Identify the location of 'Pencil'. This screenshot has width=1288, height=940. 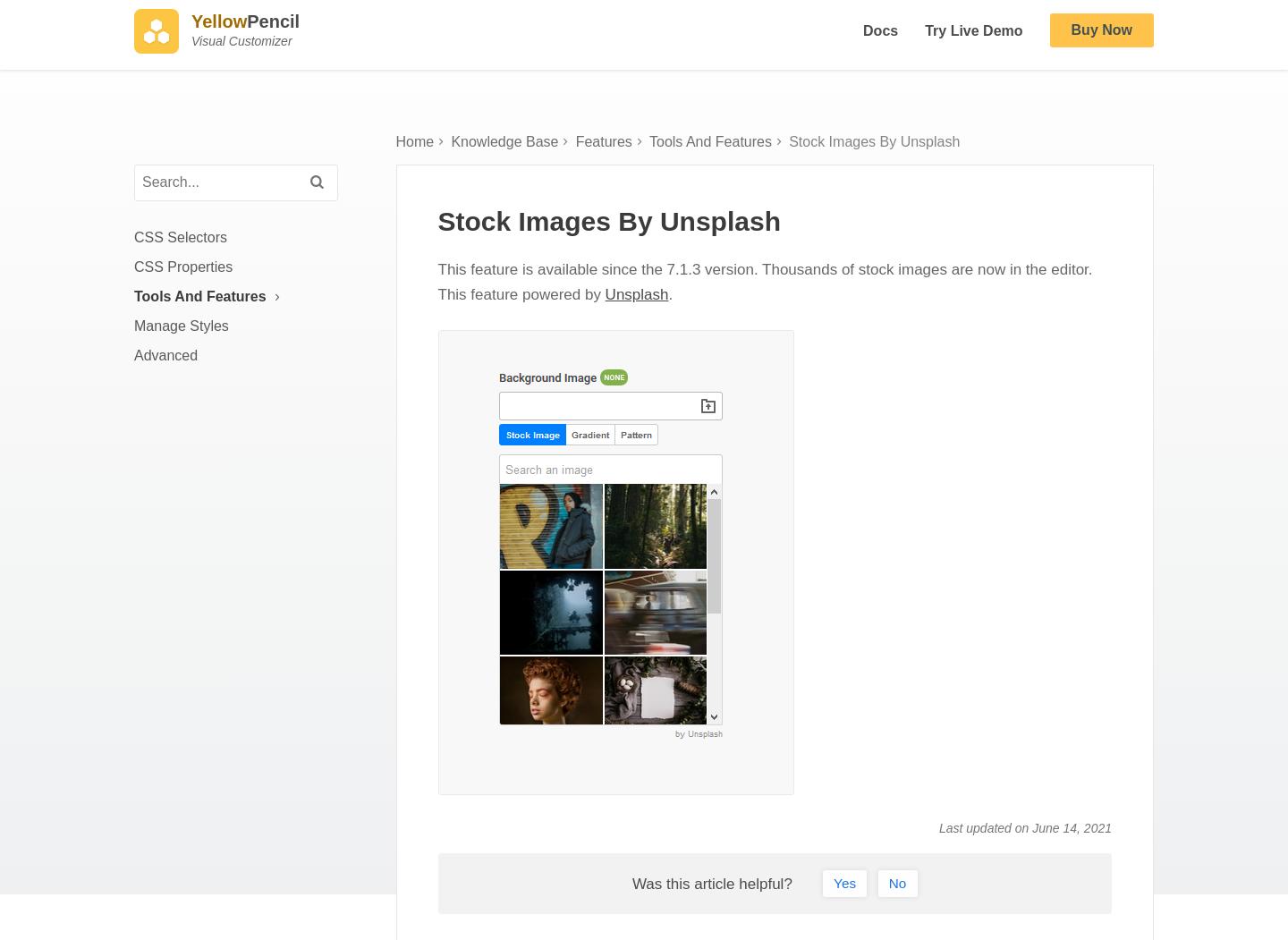
(273, 30).